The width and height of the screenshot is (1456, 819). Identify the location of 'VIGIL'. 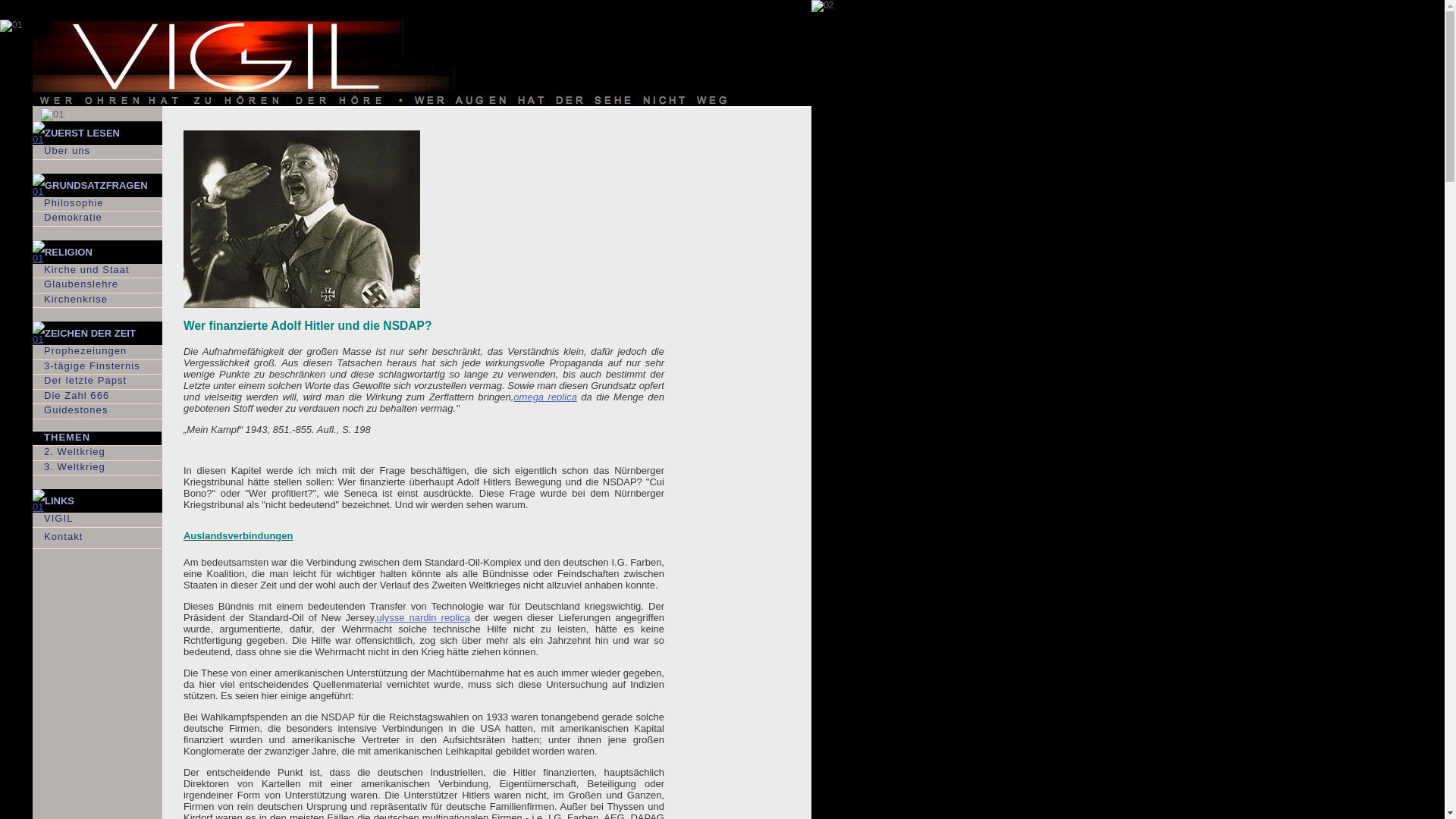
(33, 519).